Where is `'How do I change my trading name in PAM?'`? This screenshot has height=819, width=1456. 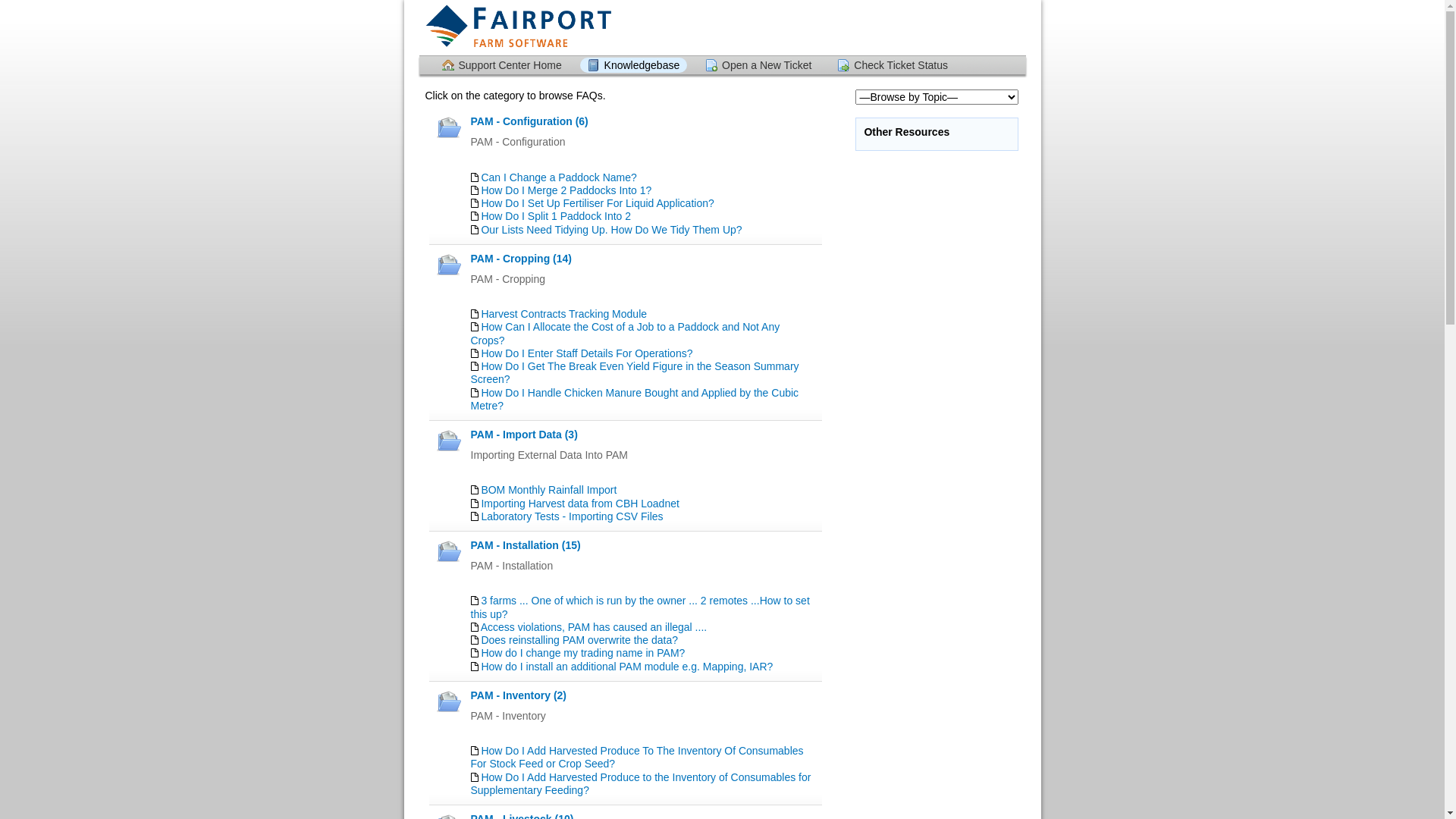 'How do I change my trading name in PAM?' is located at coordinates (582, 651).